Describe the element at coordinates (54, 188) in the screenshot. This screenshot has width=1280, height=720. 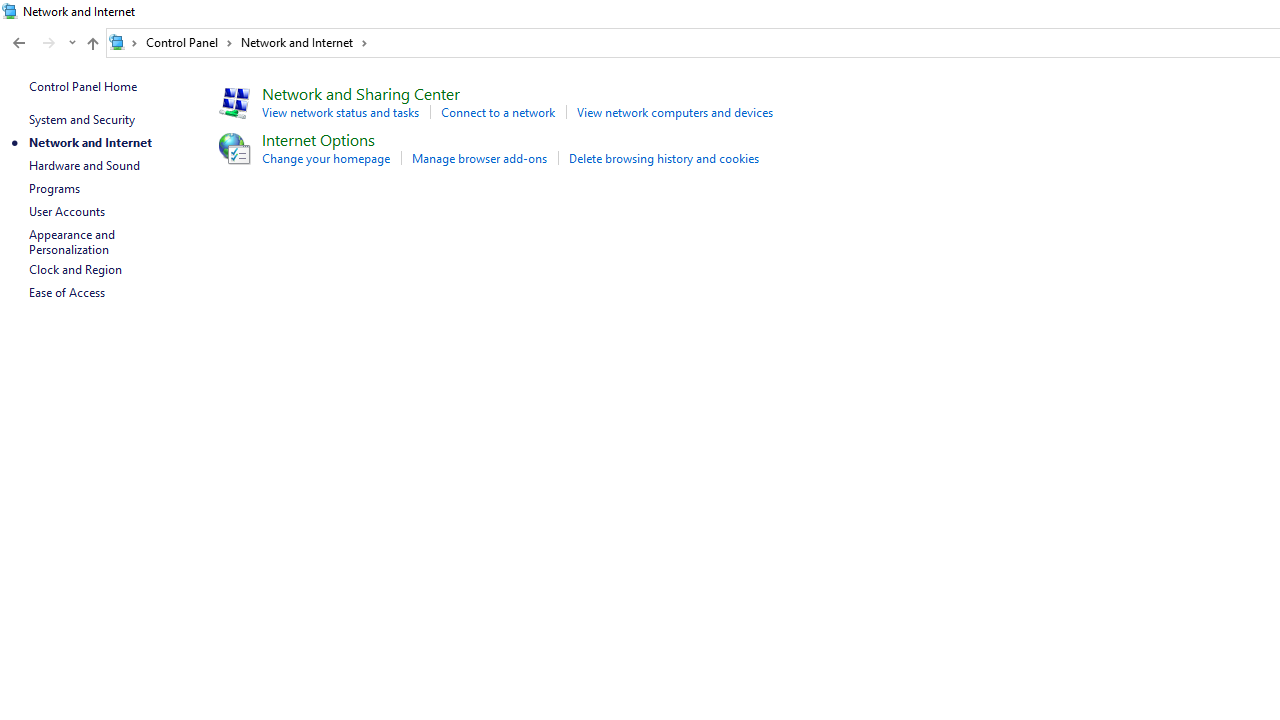
I see `'Programs'` at that location.